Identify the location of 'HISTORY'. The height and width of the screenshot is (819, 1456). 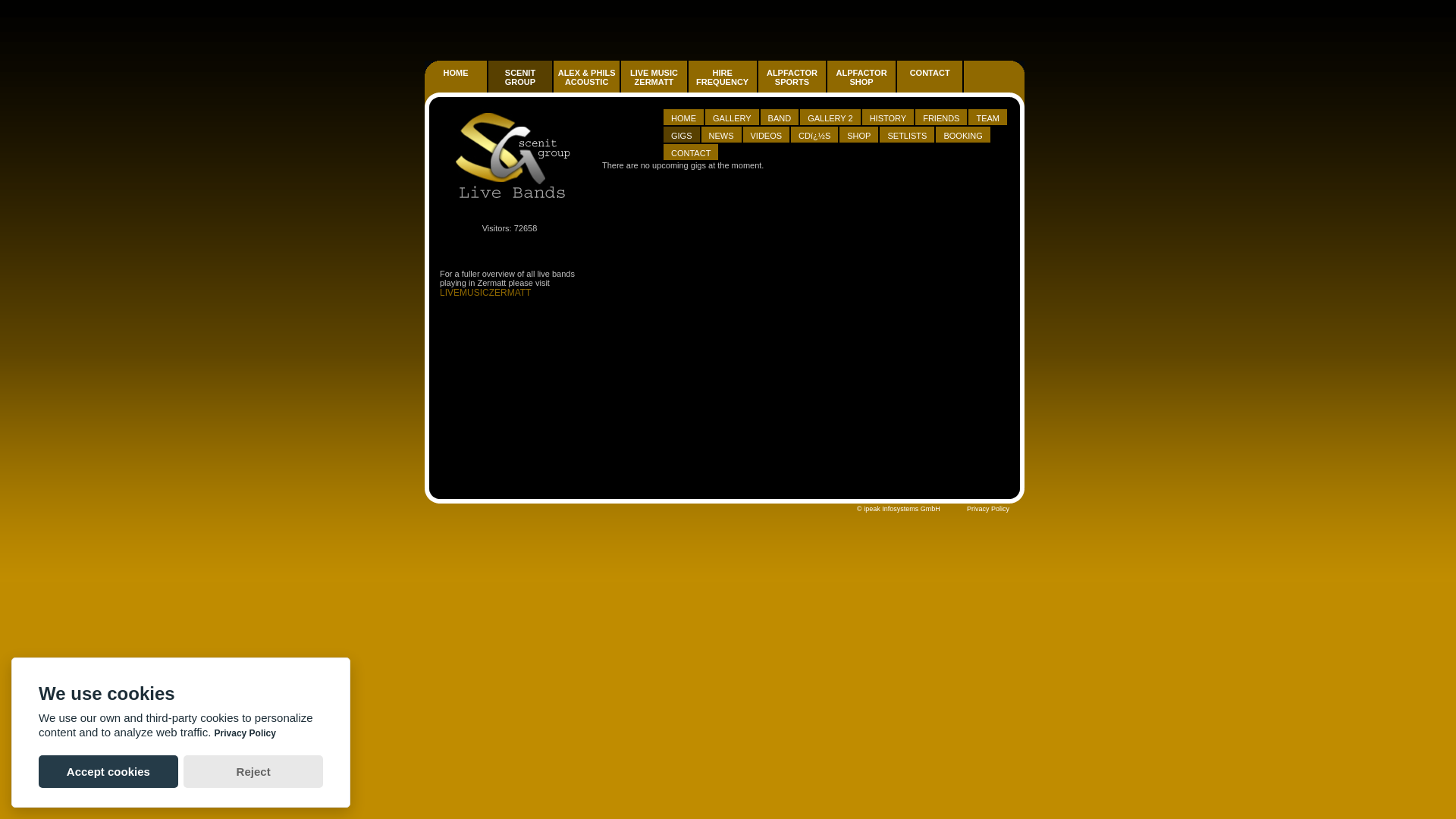
(888, 117).